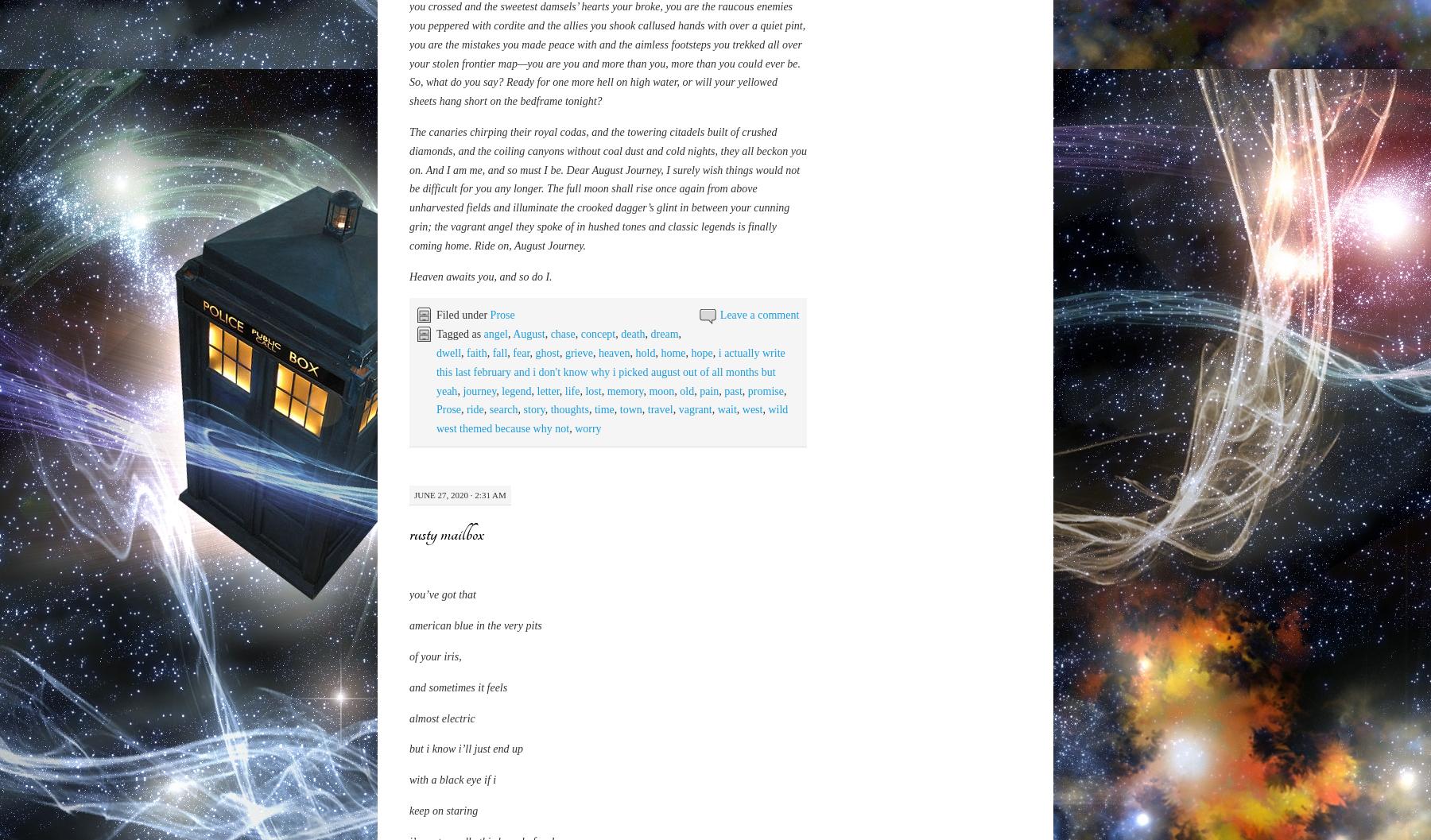 The image size is (1431, 840). What do you see at coordinates (476, 708) in the screenshot?
I see `'faith'` at bounding box center [476, 708].